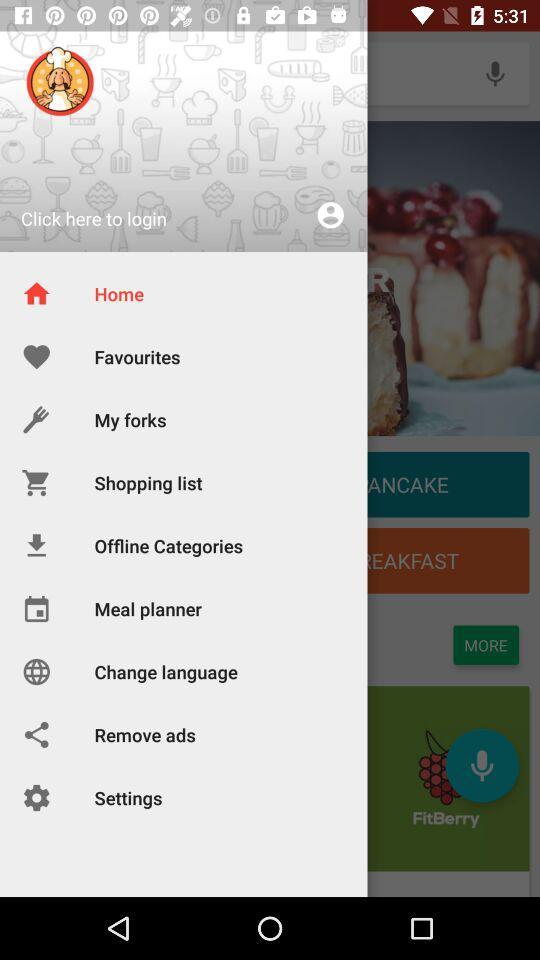  I want to click on the microphone icon, so click(481, 764).